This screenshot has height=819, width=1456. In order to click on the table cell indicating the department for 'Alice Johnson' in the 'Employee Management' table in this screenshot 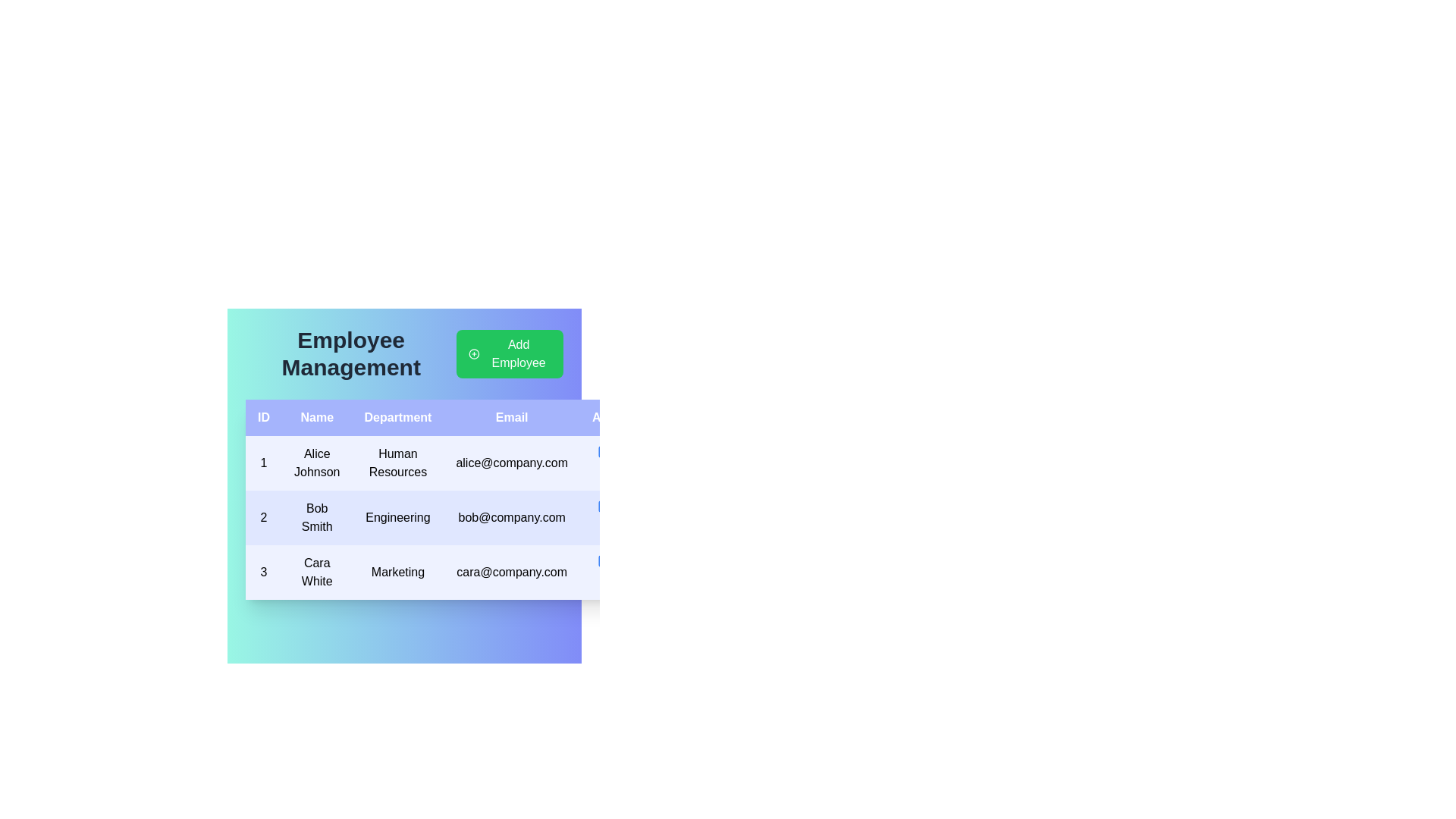, I will do `click(397, 462)`.